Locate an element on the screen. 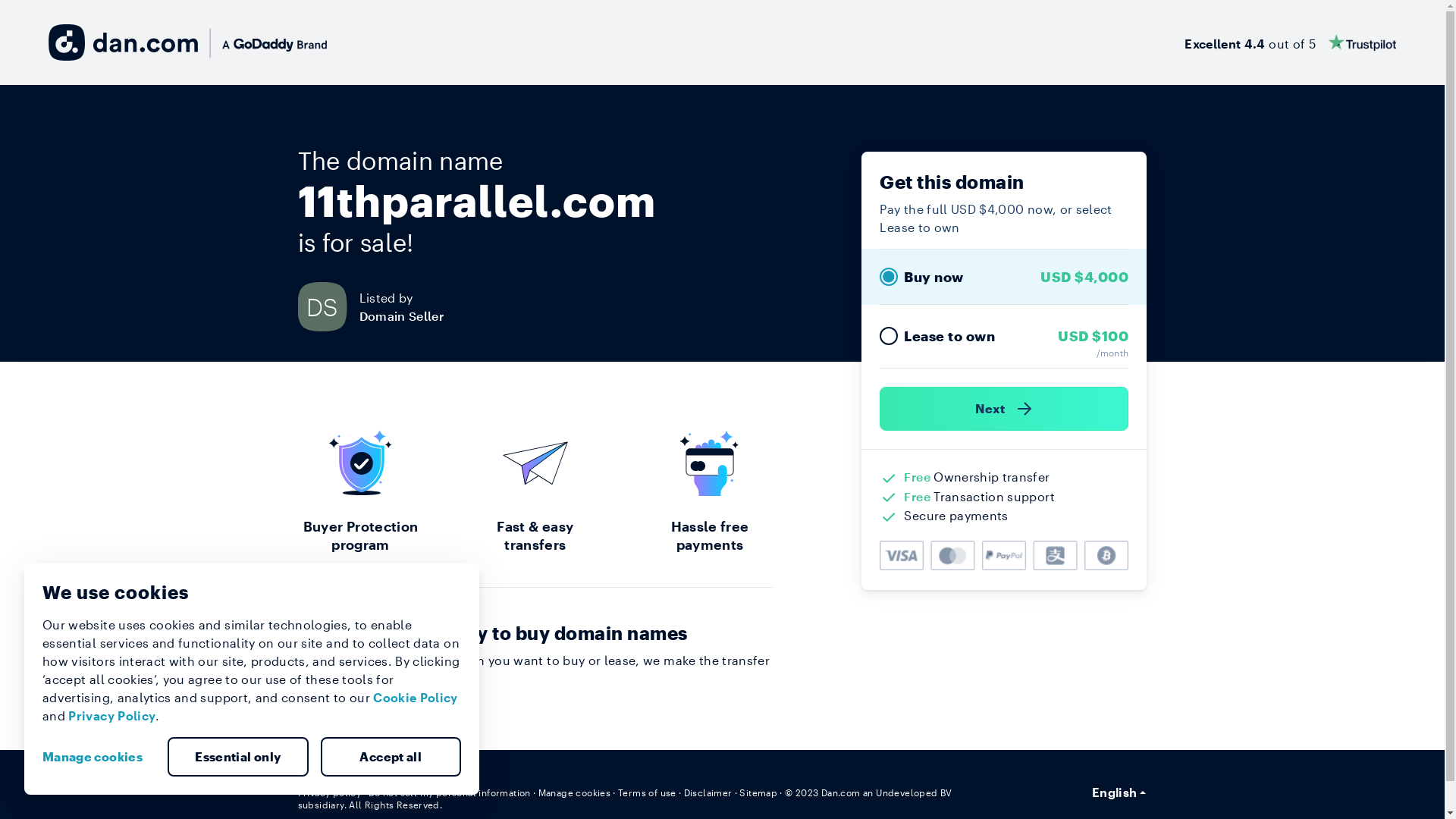  'Manage cookies' is located at coordinates (574, 792).